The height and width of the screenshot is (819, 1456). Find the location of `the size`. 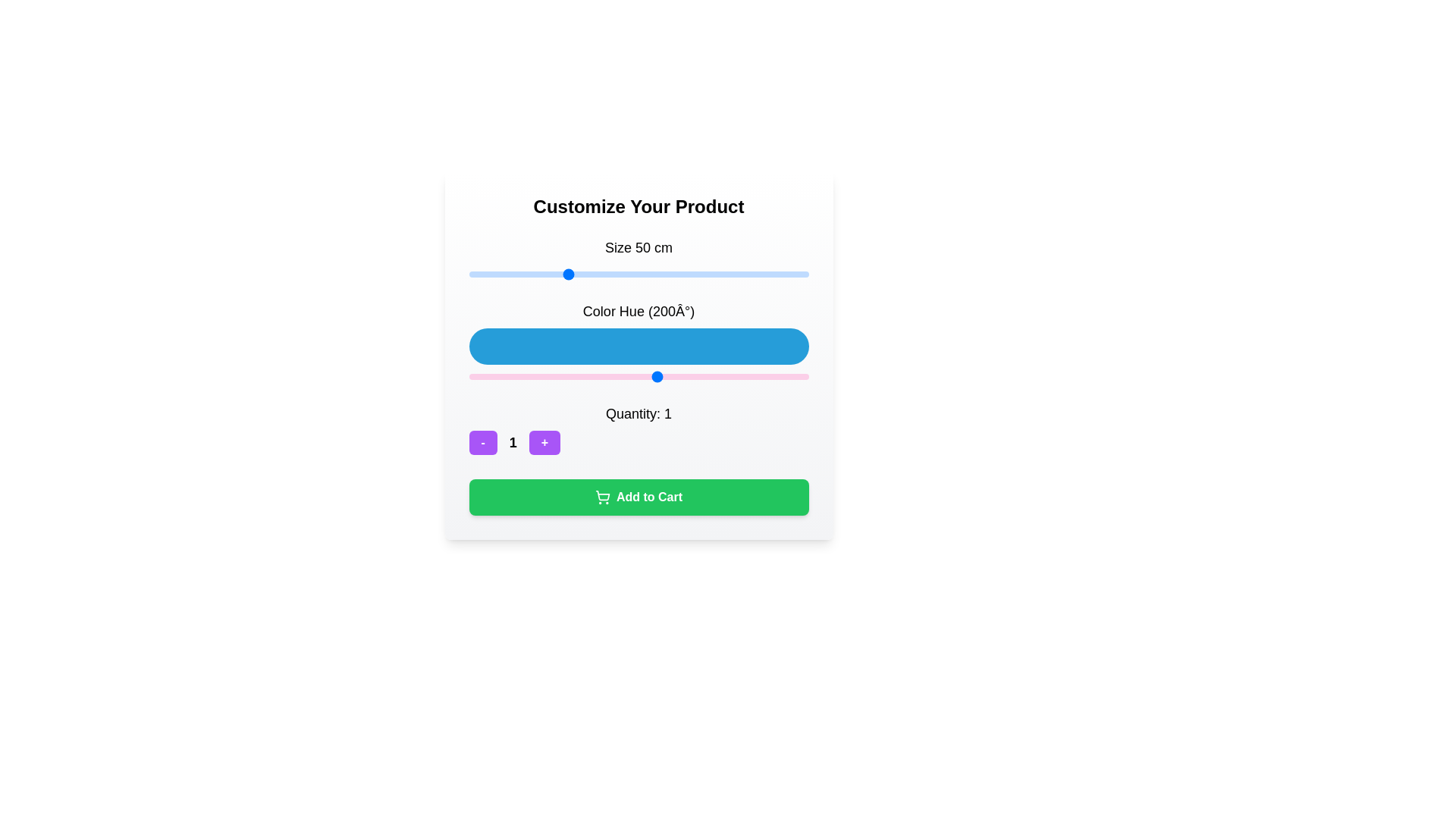

the size is located at coordinates (663, 275).